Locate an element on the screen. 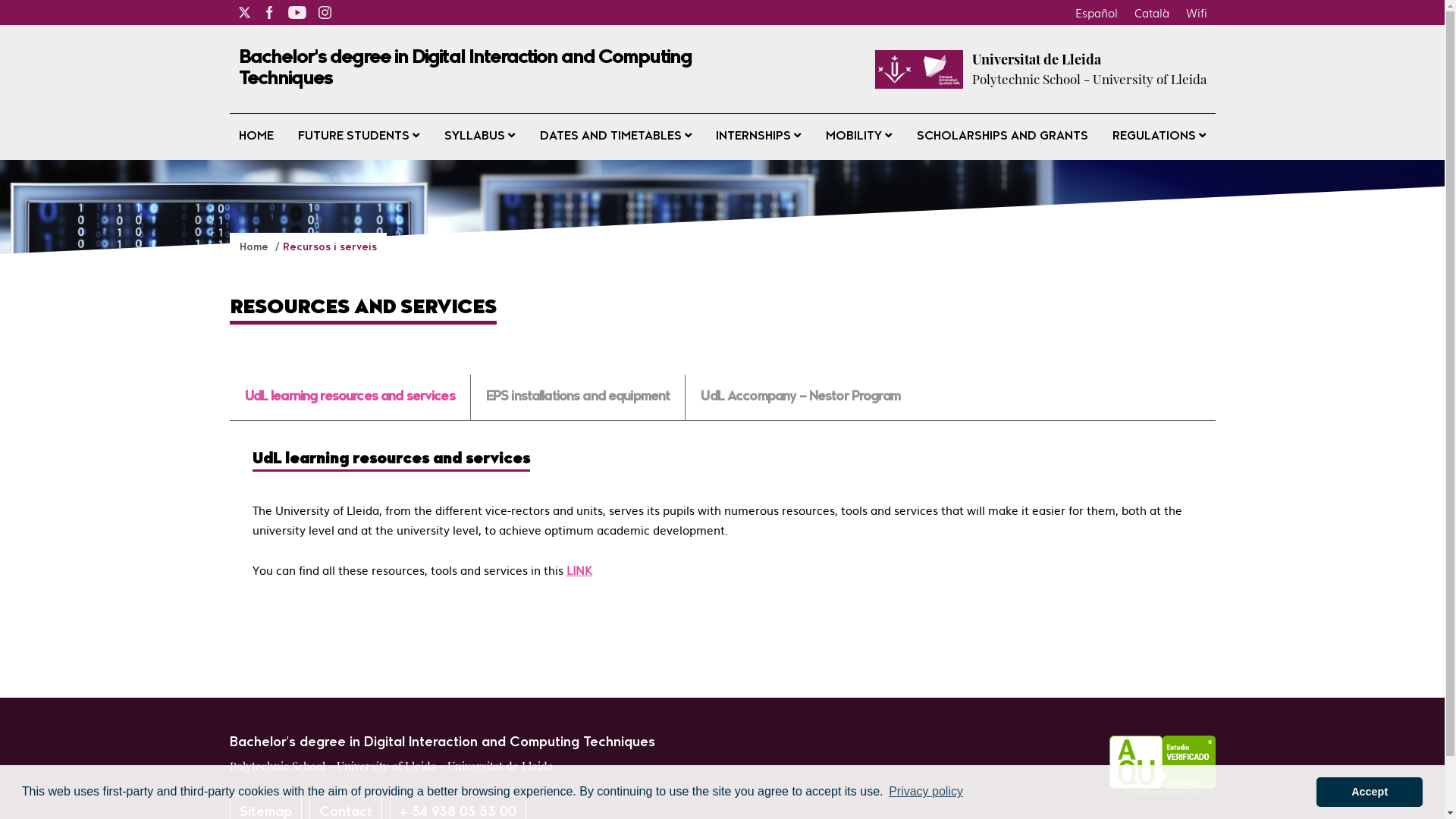 The width and height of the screenshot is (1456, 819). 'MOBILITY' is located at coordinates (858, 136).